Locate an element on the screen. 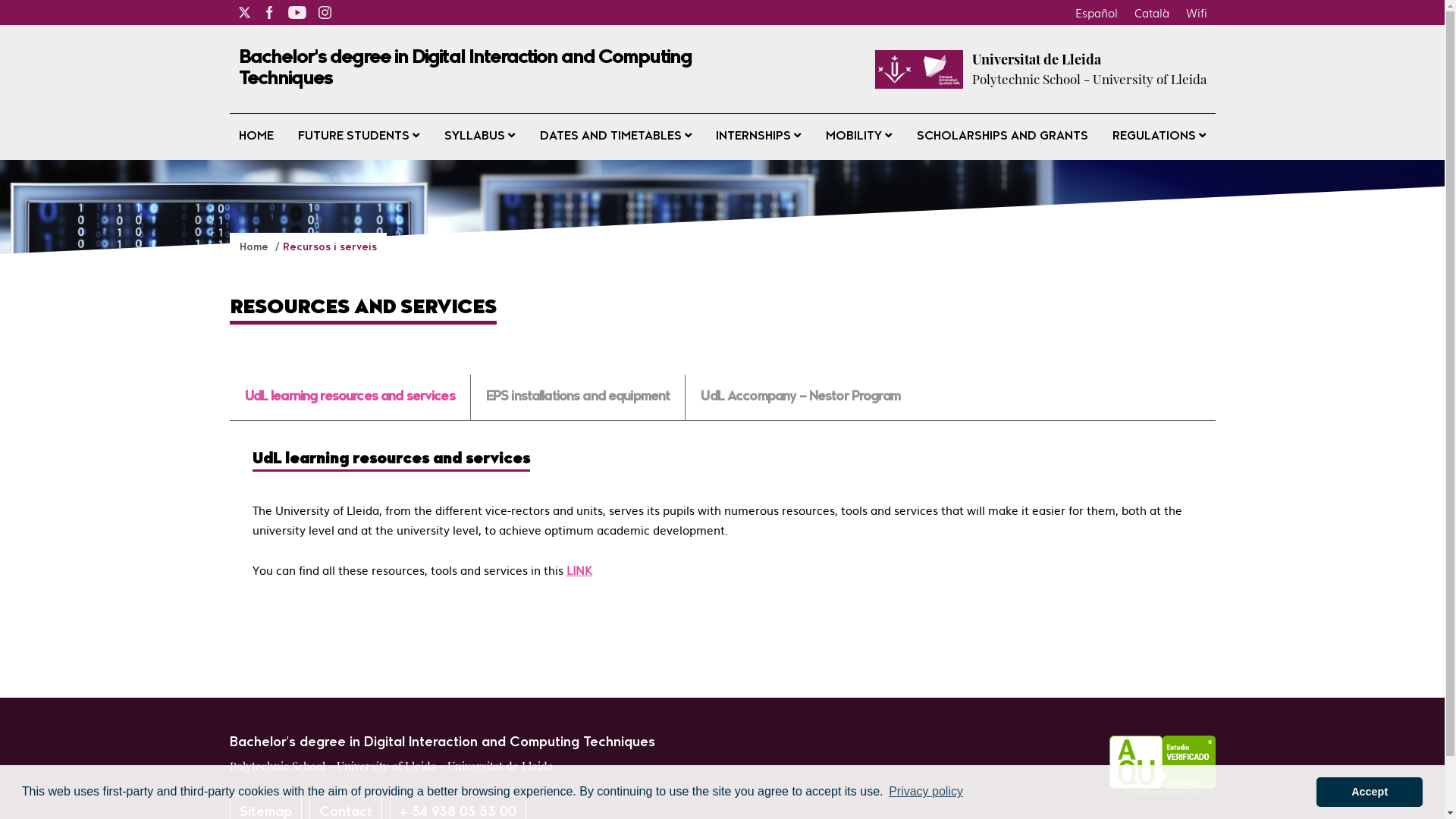 The width and height of the screenshot is (1456, 819). 'MOBILITY' is located at coordinates (858, 136).